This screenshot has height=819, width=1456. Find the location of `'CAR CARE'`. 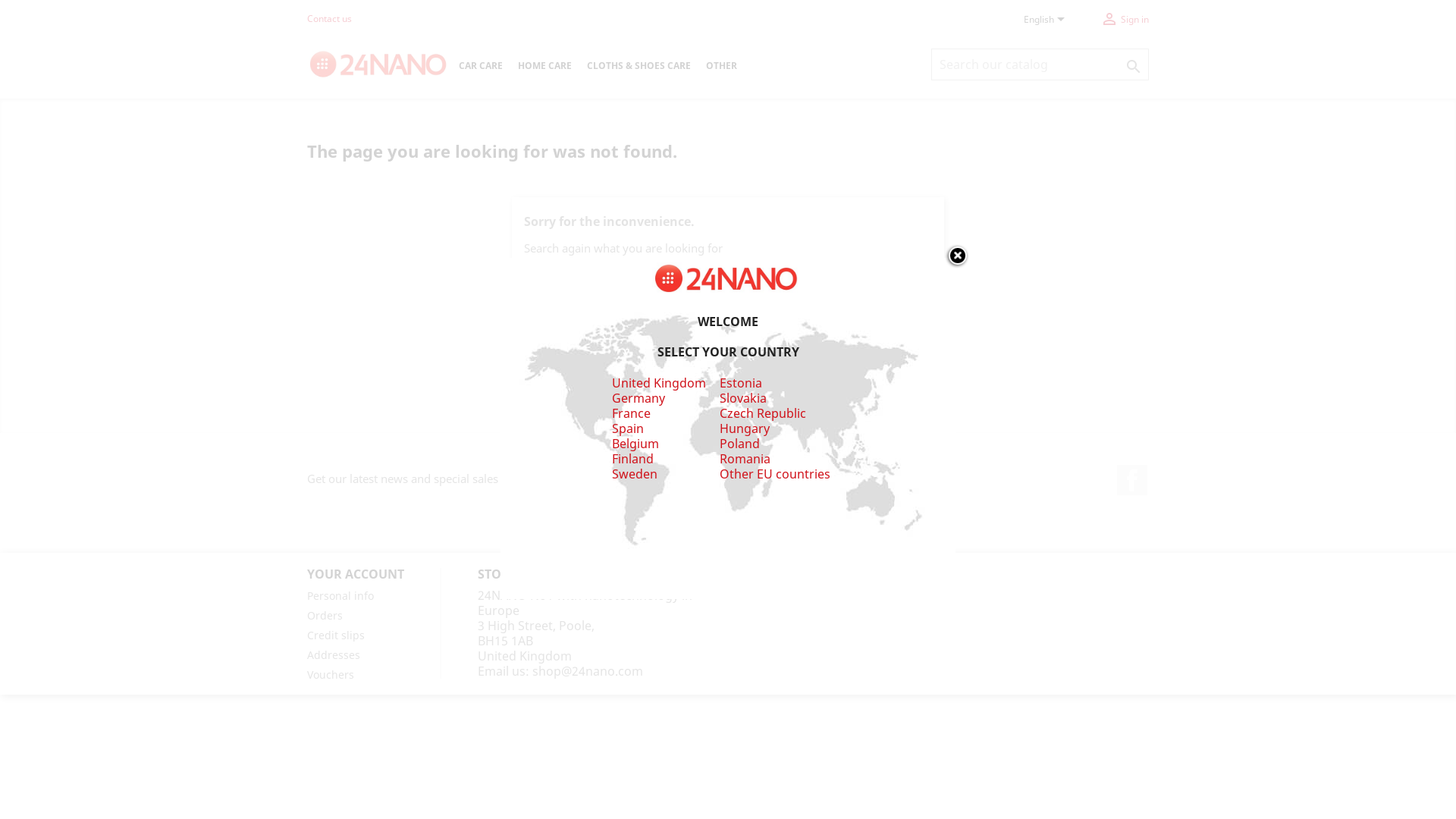

'CAR CARE' is located at coordinates (479, 66).